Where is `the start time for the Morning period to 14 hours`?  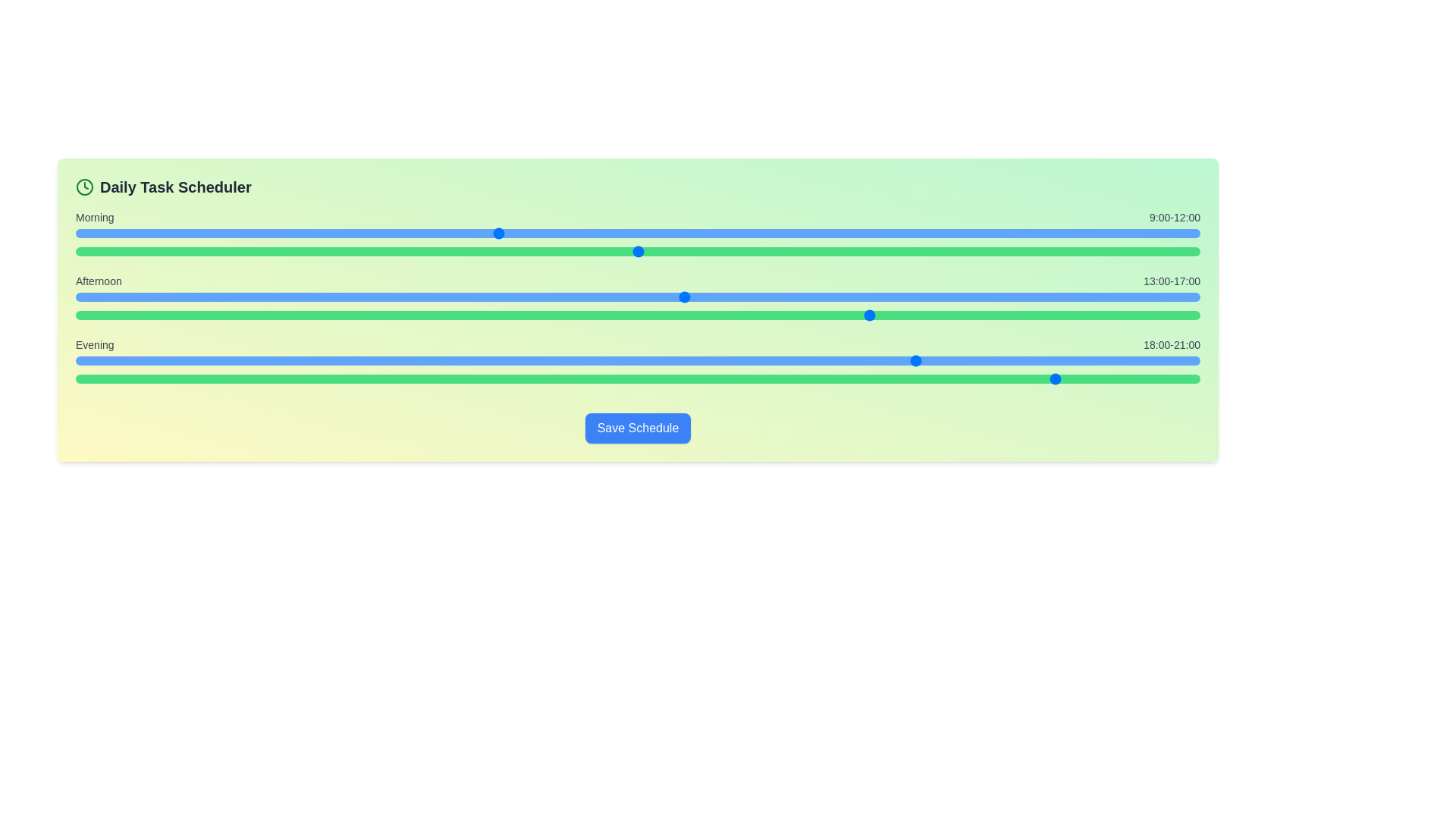
the start time for the Morning period to 14 hours is located at coordinates (731, 234).